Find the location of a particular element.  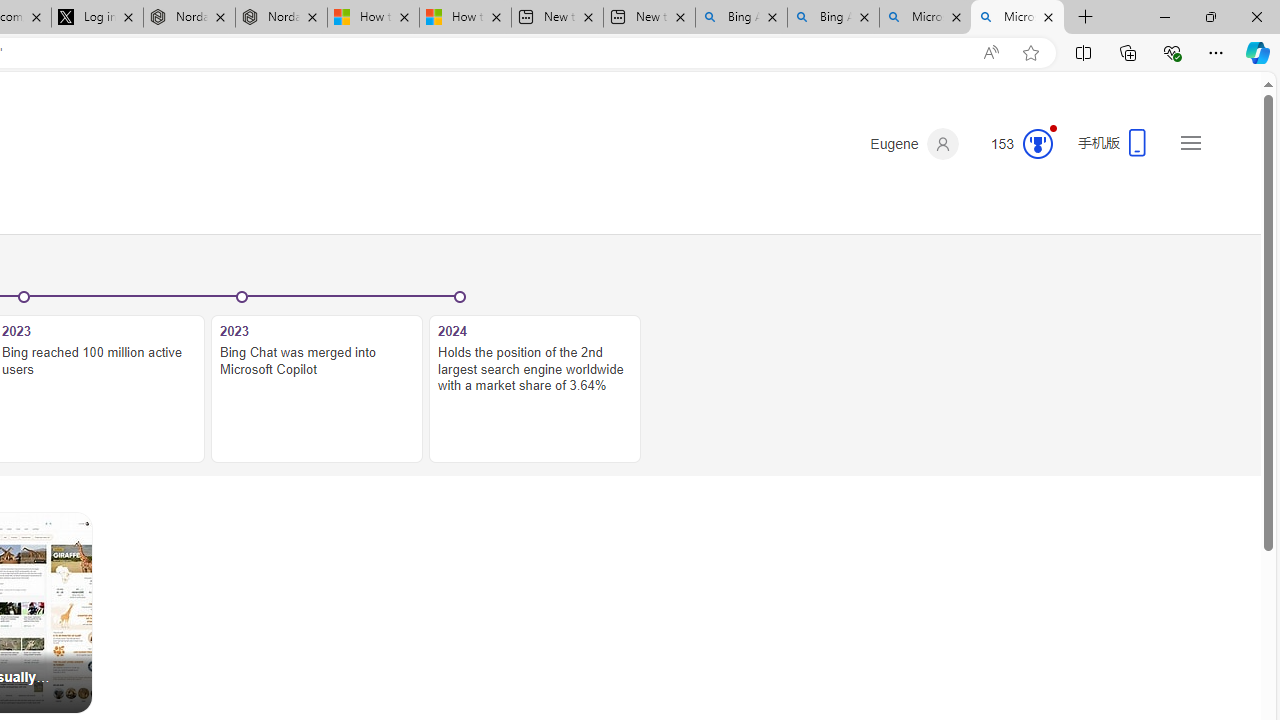

'Eugene' is located at coordinates (913, 143).